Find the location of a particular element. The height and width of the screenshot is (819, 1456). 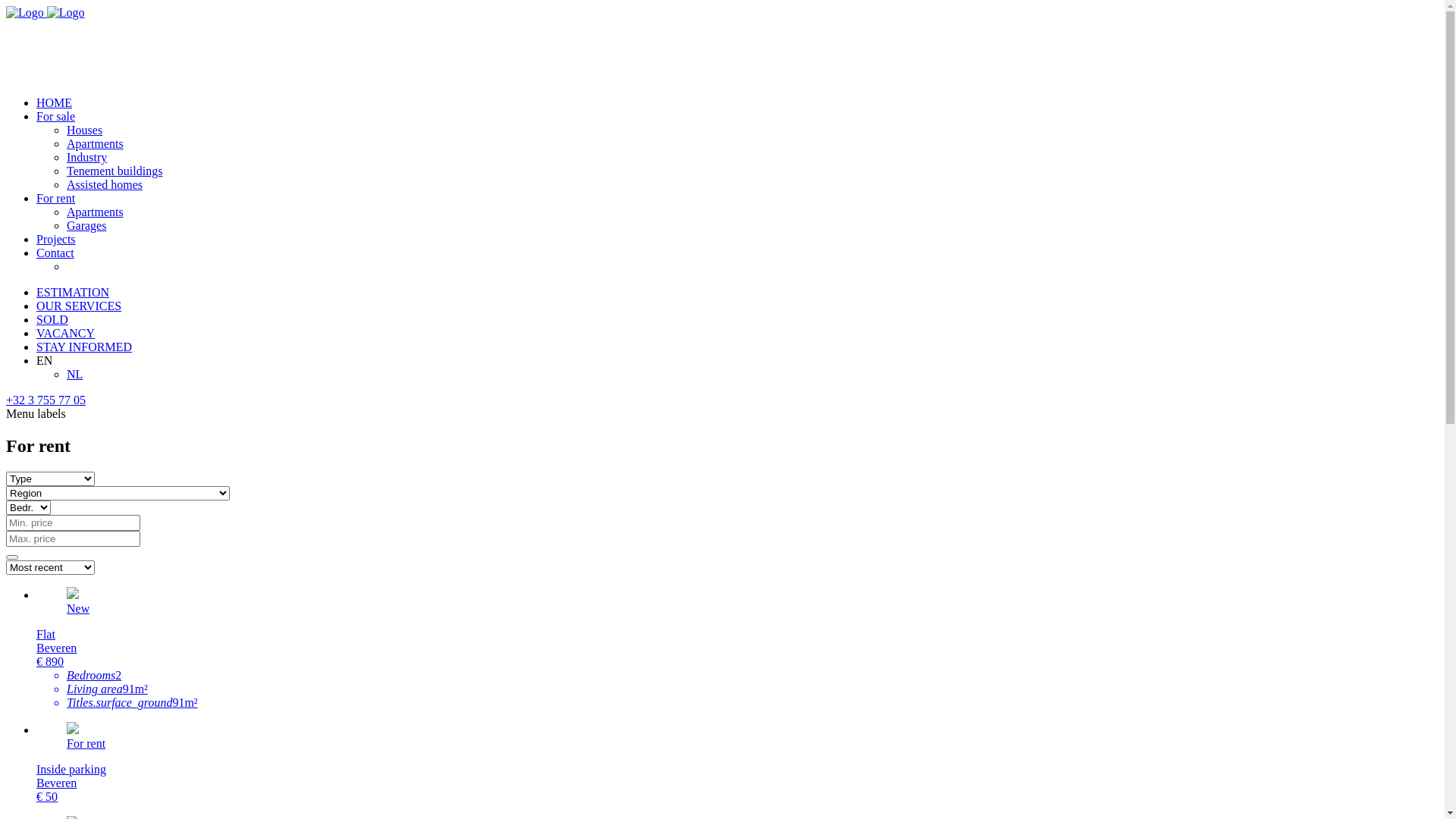

'Industry' is located at coordinates (86, 157).